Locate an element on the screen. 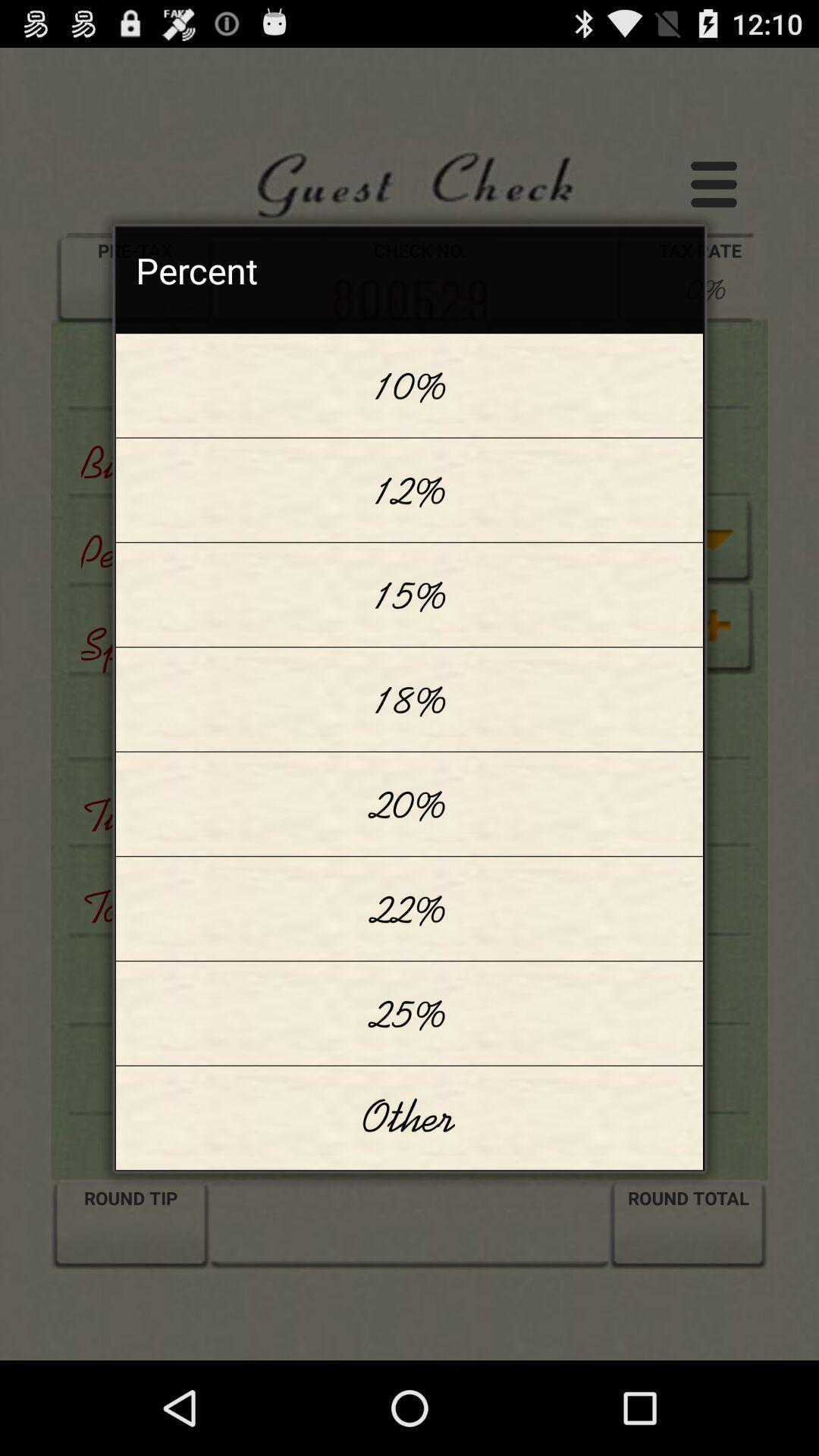  15% item is located at coordinates (409, 594).